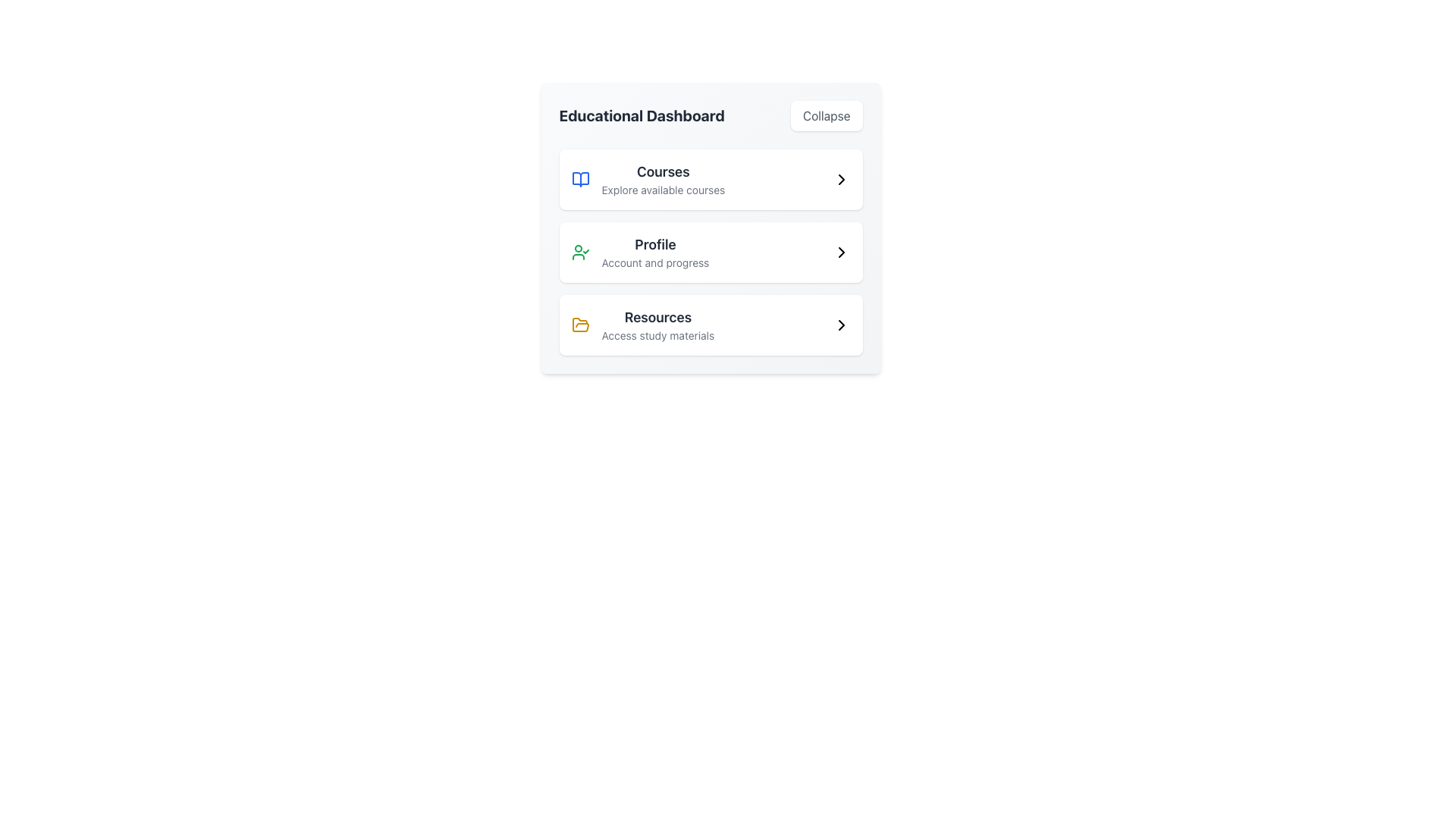  What do you see at coordinates (579, 178) in the screenshot?
I see `the open book icon element located to the left of the 'Courses' text in the dashboard feature list` at bounding box center [579, 178].